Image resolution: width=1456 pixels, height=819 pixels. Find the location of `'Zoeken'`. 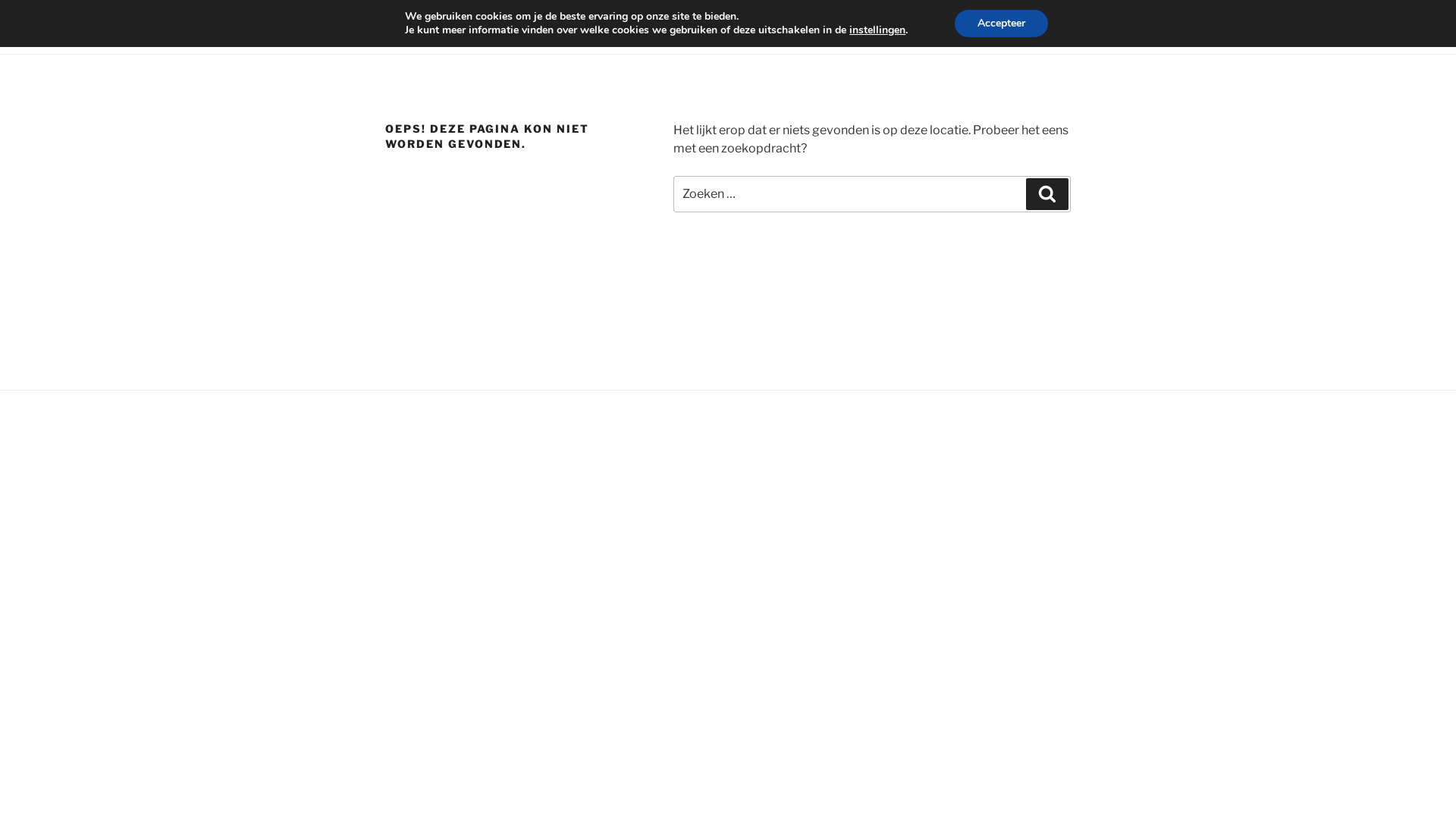

'Zoeken' is located at coordinates (1046, 193).